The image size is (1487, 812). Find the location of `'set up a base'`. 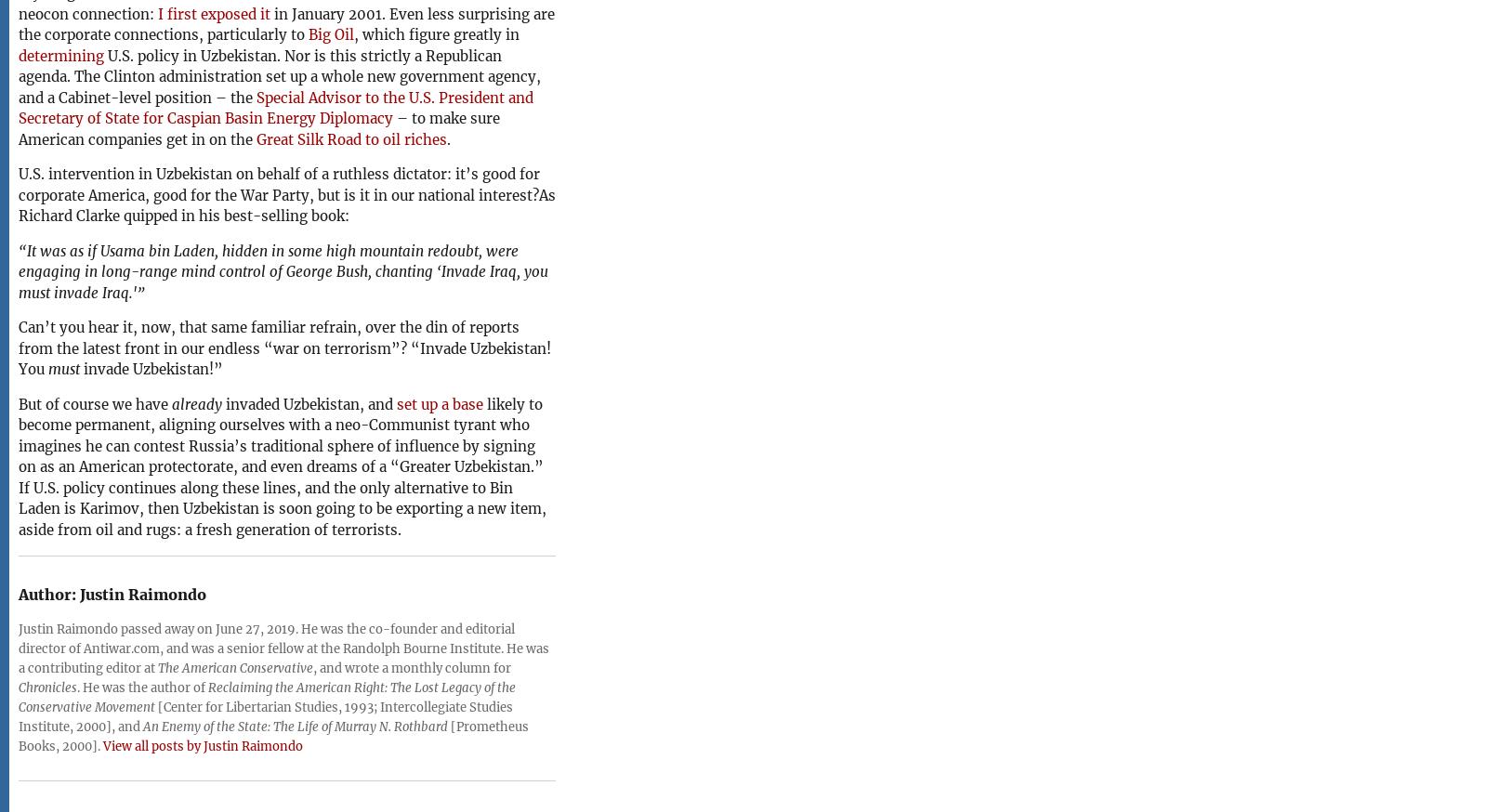

'set up a base' is located at coordinates (439, 403).